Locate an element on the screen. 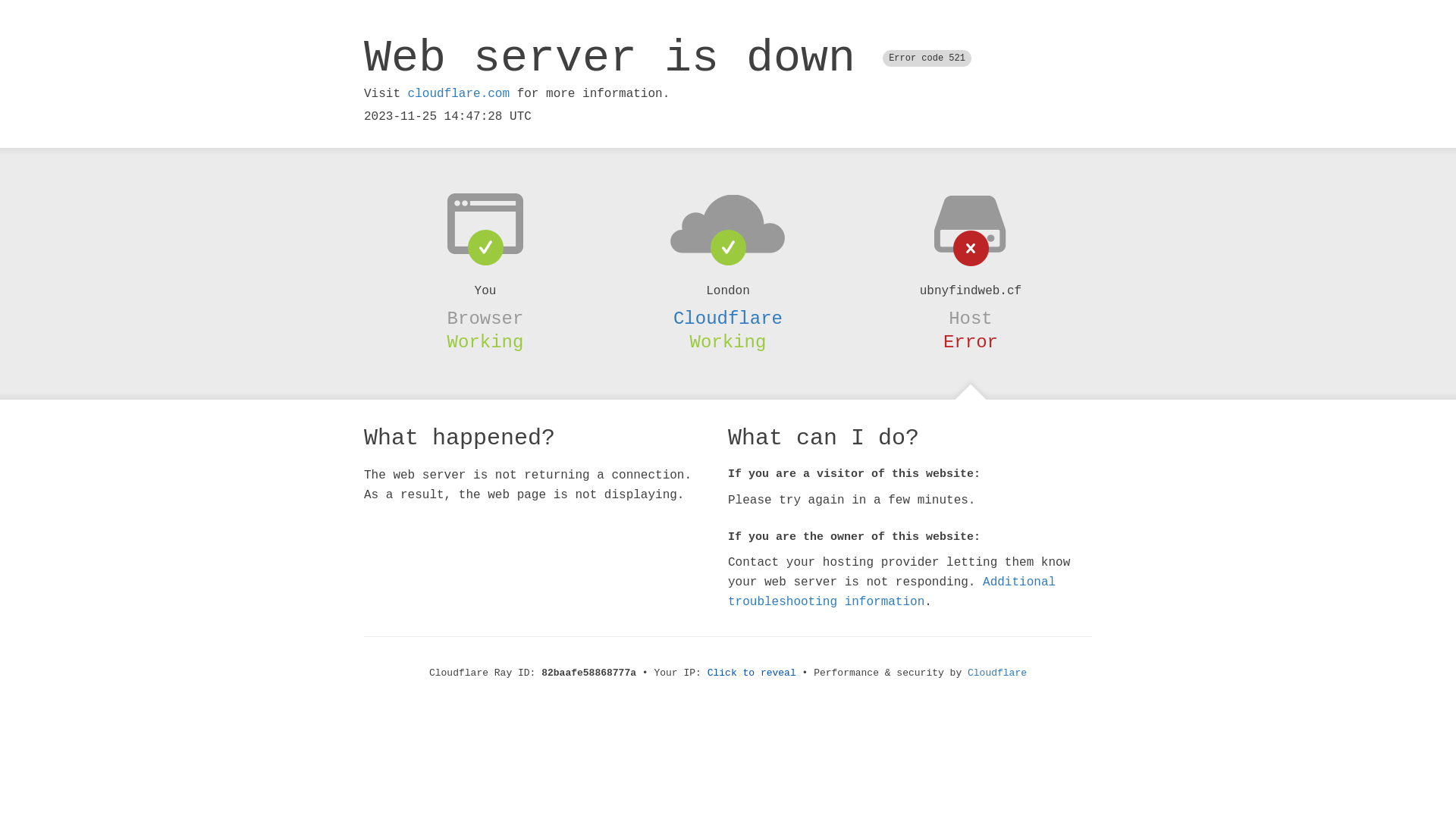  'Additional troubleshooting information' is located at coordinates (892, 591).